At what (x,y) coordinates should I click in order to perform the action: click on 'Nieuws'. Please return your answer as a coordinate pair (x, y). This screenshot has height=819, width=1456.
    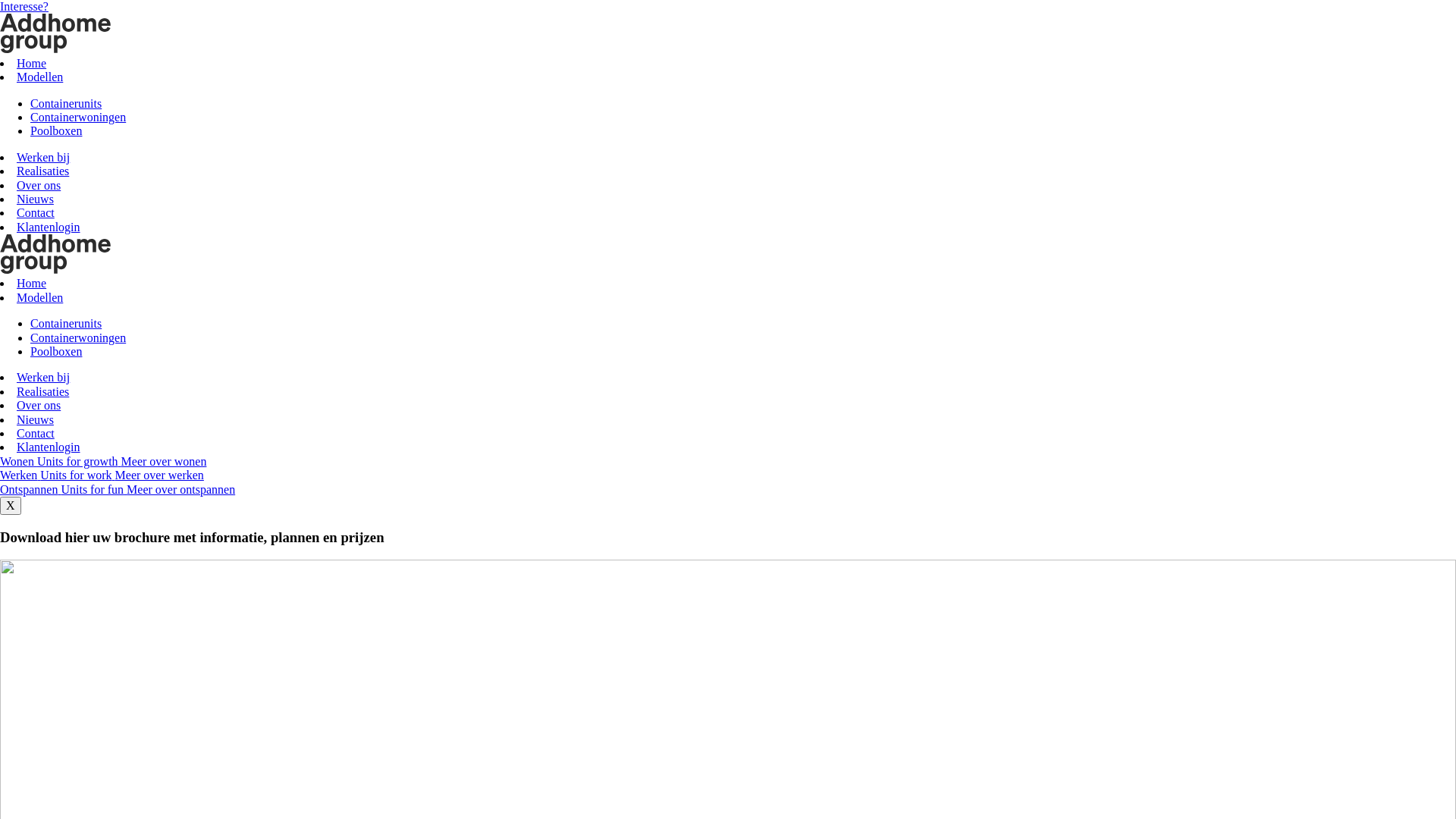
    Looking at the image, I should click on (17, 419).